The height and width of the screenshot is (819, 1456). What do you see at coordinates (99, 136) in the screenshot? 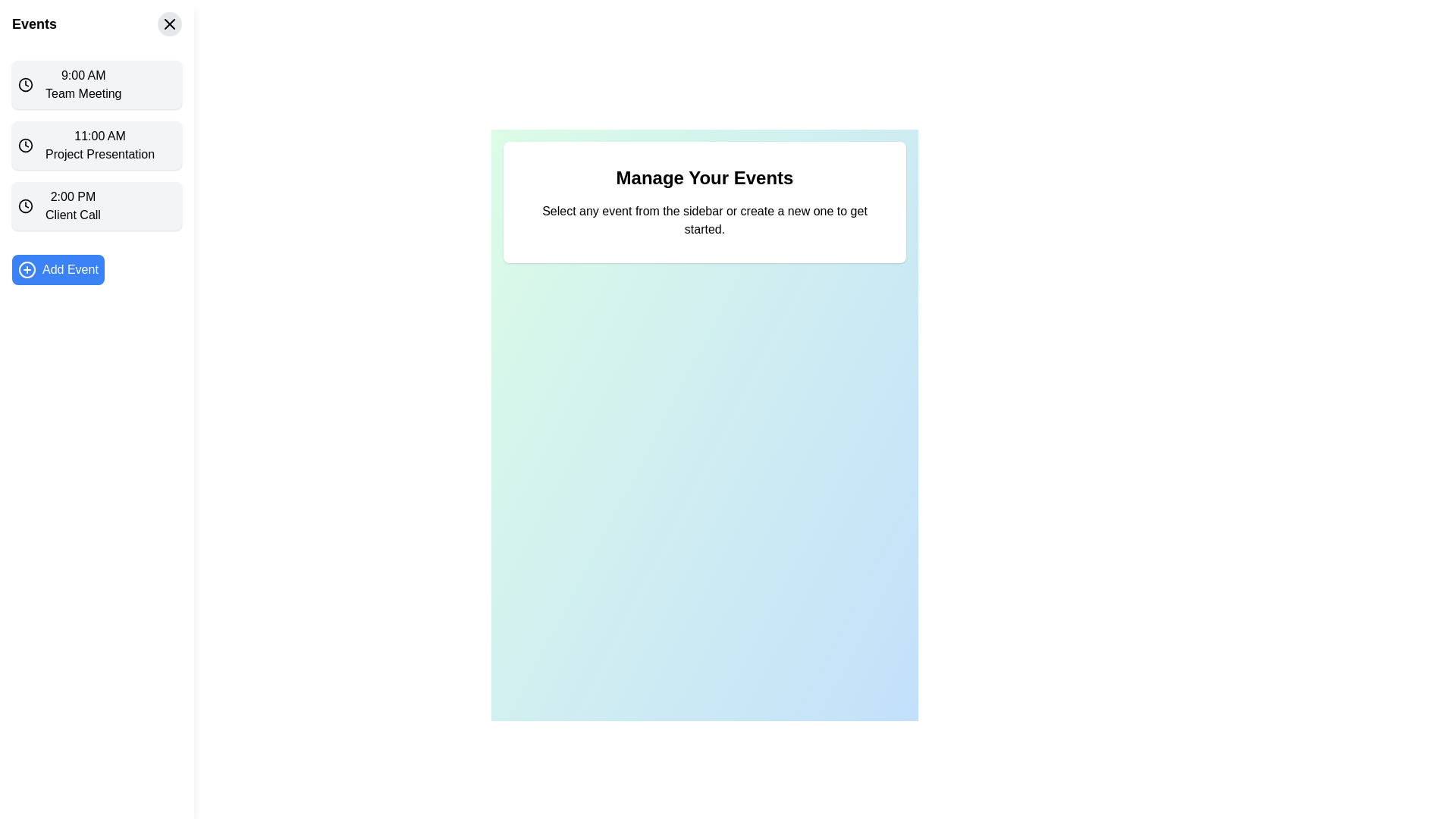
I see `the time information displayed as '11:00 AM' in bold black font in the left sidebar, which is part of a compact event list entry` at bounding box center [99, 136].